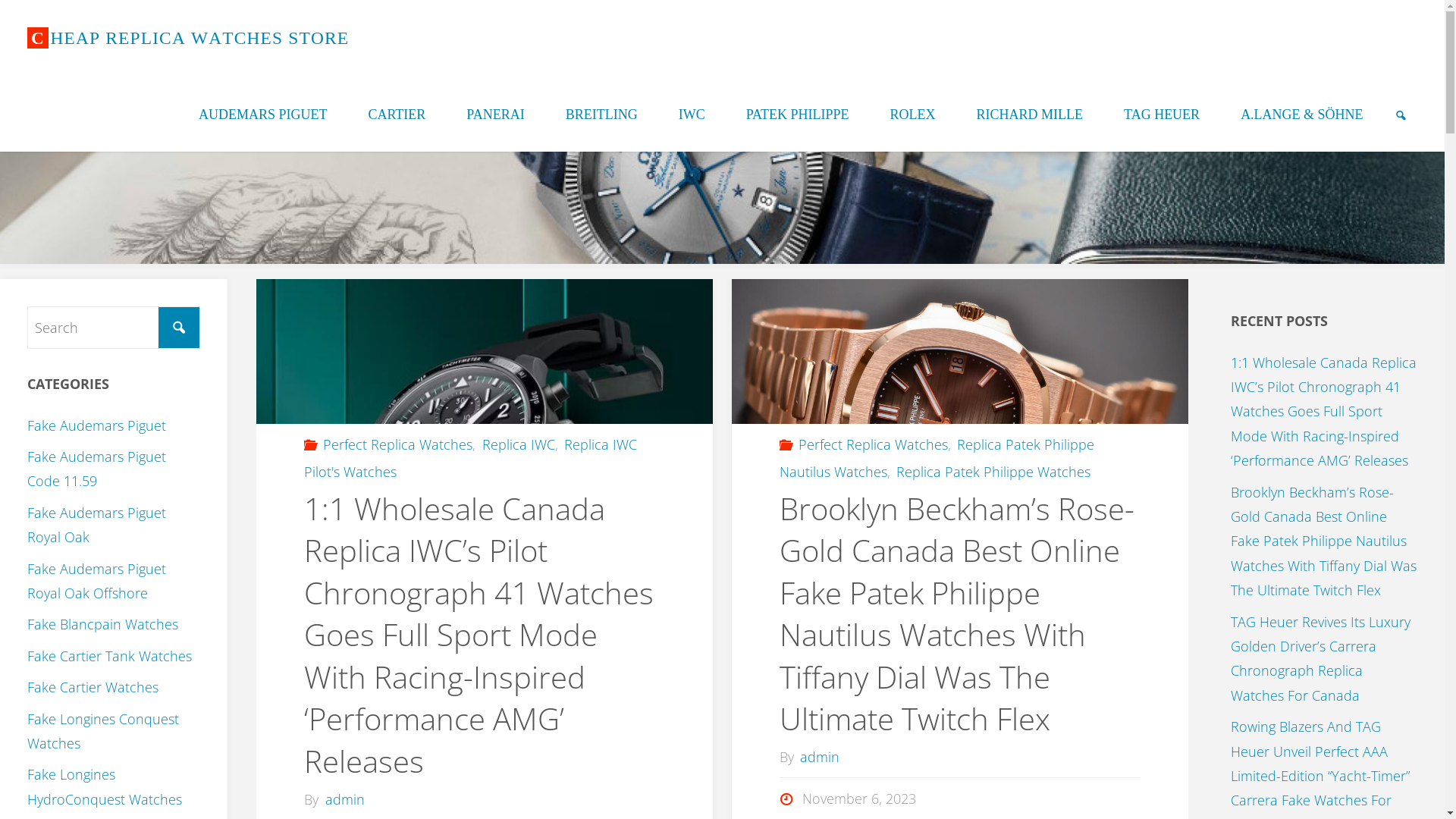  What do you see at coordinates (187, 37) in the screenshot?
I see `'CHEAP REPLICA WATCHES STORE'` at bounding box center [187, 37].